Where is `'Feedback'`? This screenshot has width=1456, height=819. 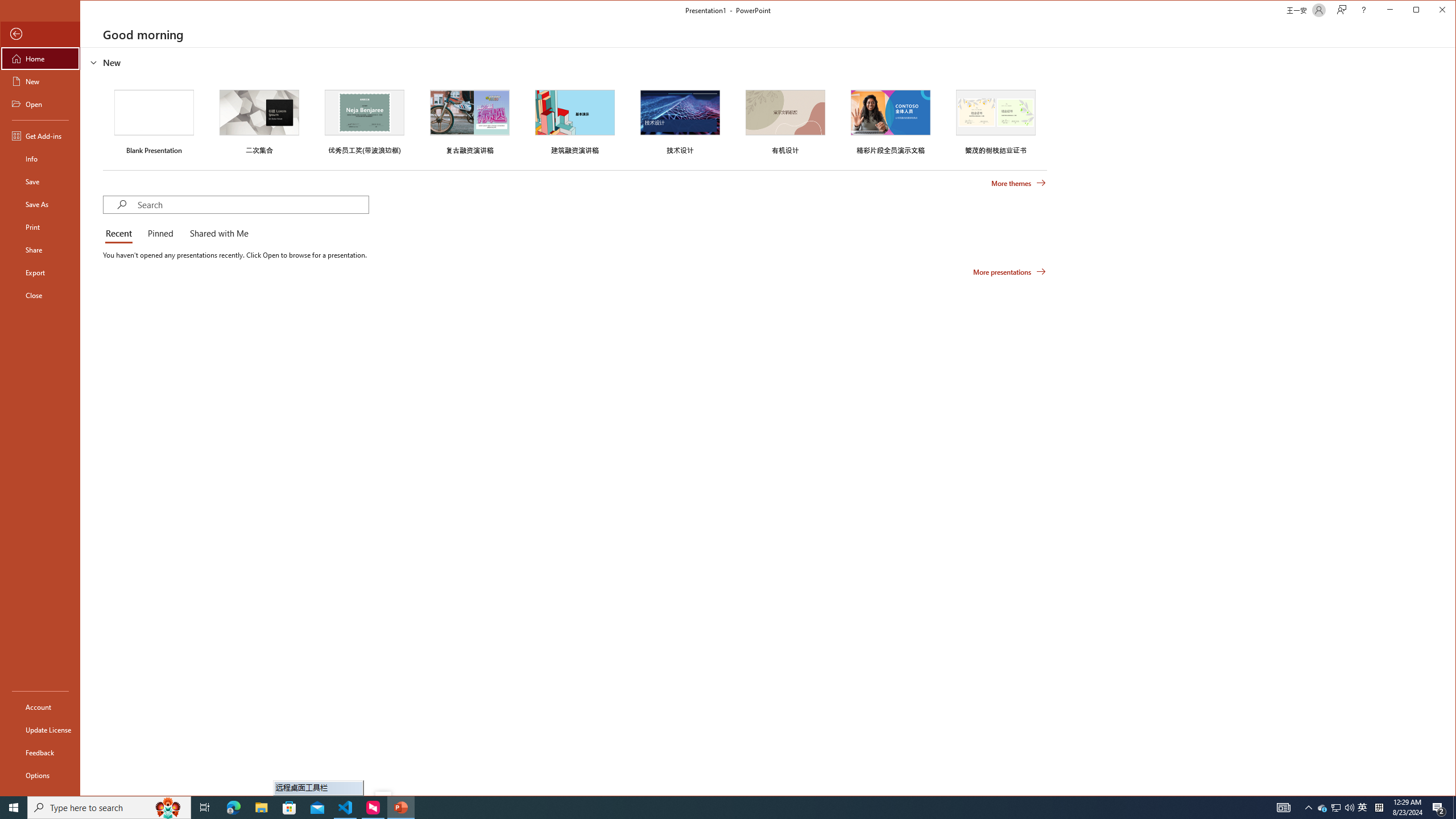
'Feedback' is located at coordinates (39, 752).